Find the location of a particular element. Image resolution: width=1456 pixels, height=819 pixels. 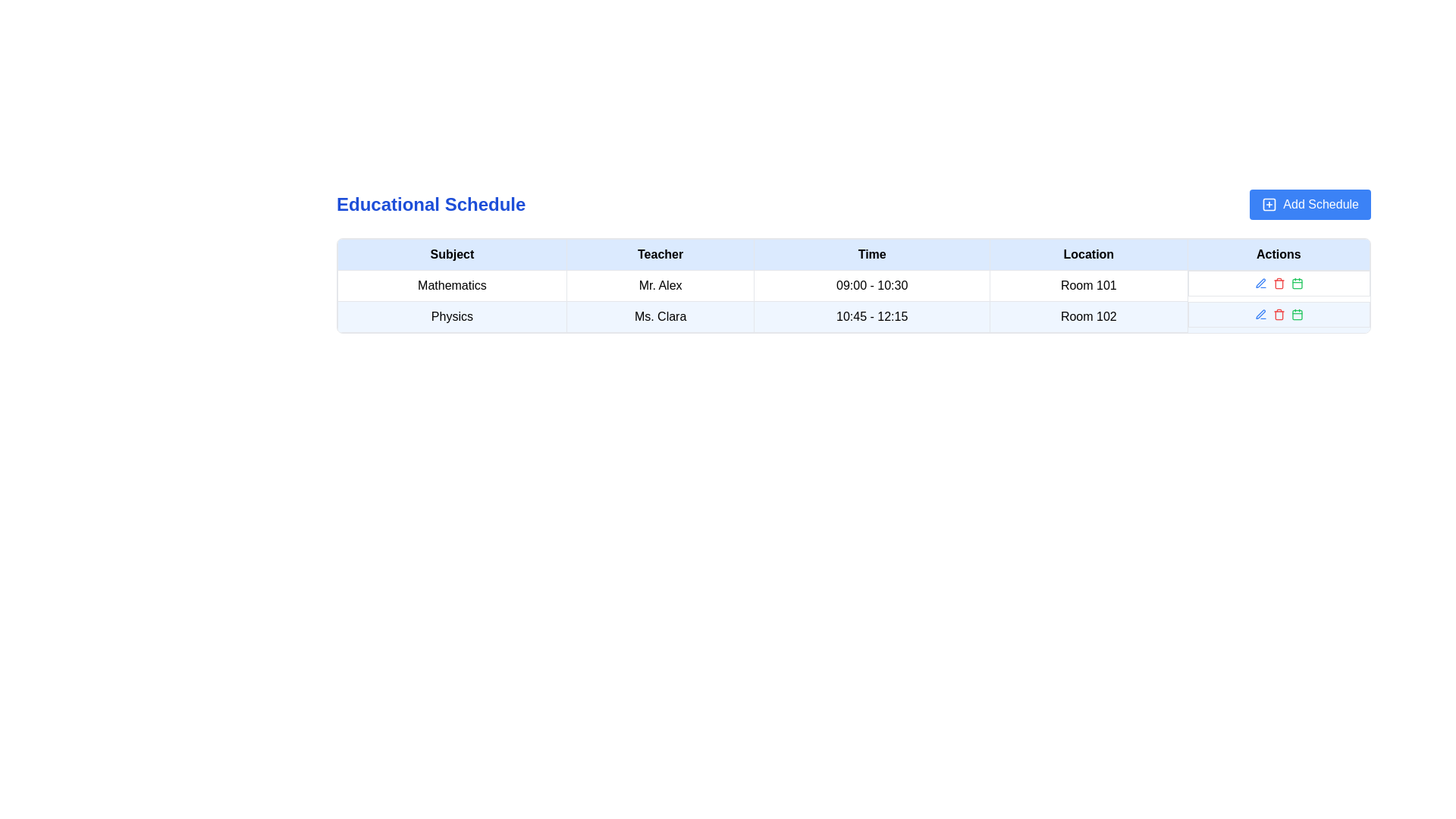

the static text label indicating the 'Physics' class in the 'Location' column of the second row of the table is located at coordinates (1087, 315).